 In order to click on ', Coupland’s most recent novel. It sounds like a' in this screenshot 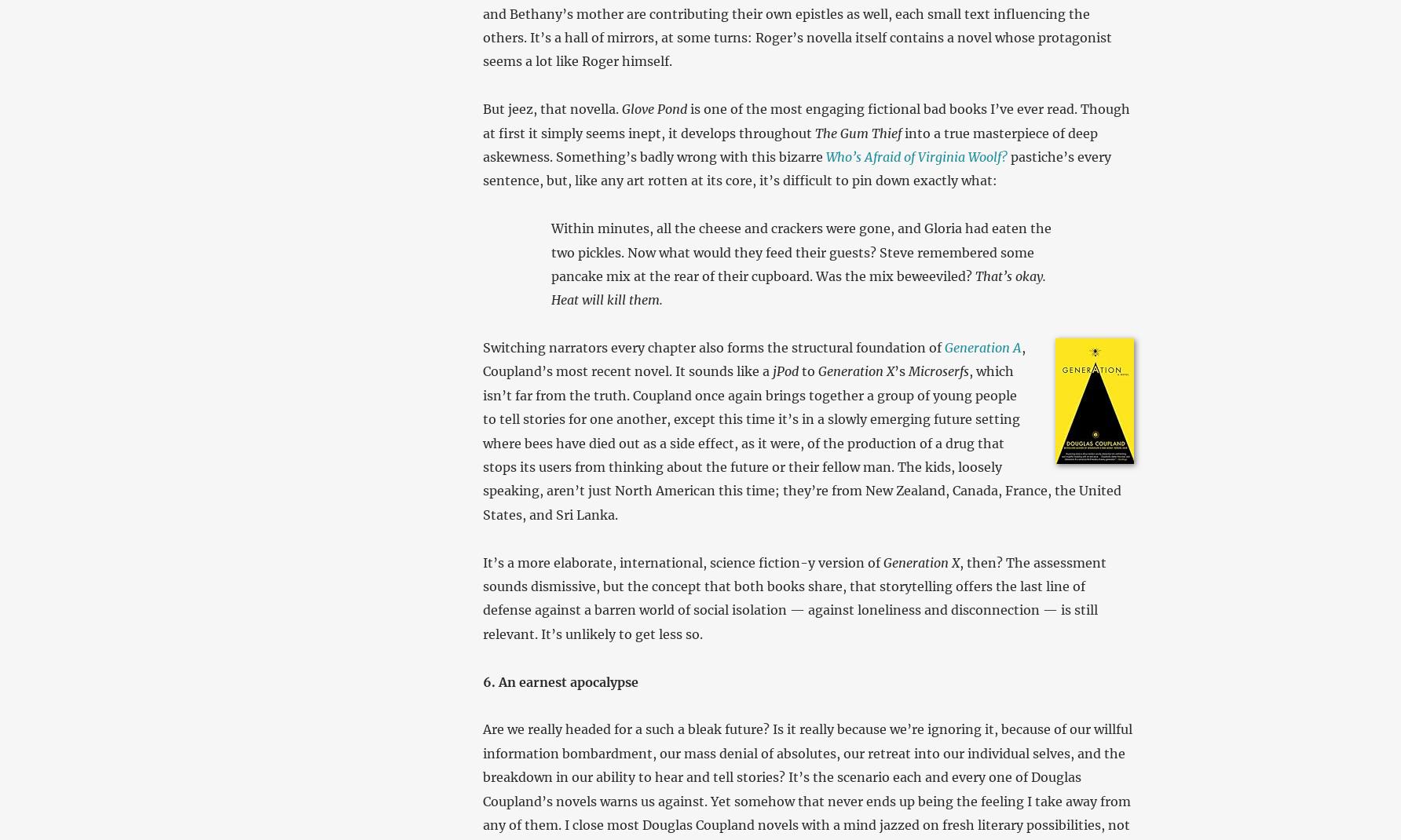, I will do `click(753, 359)`.